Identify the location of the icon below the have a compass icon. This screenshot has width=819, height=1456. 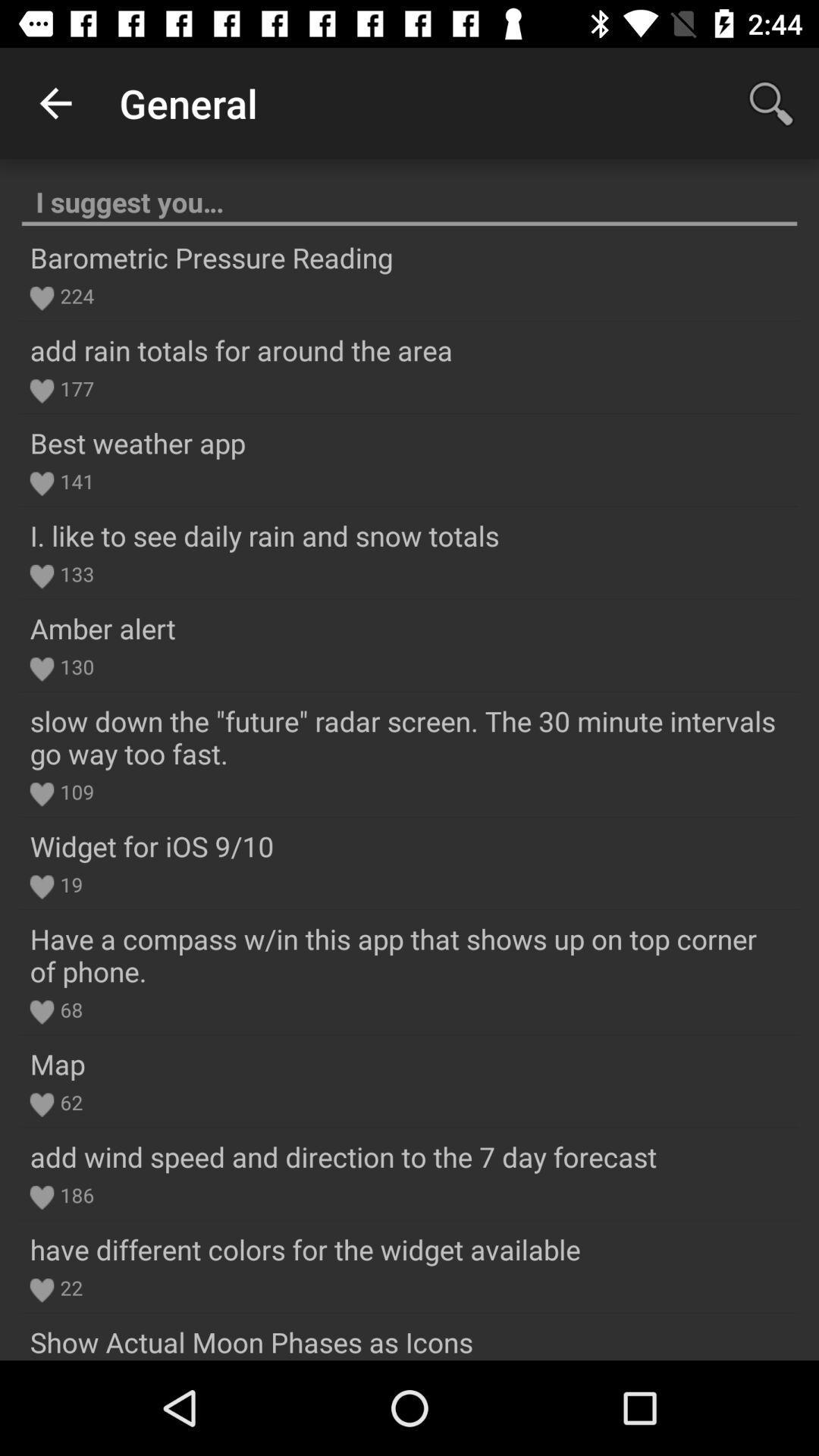
(68, 1009).